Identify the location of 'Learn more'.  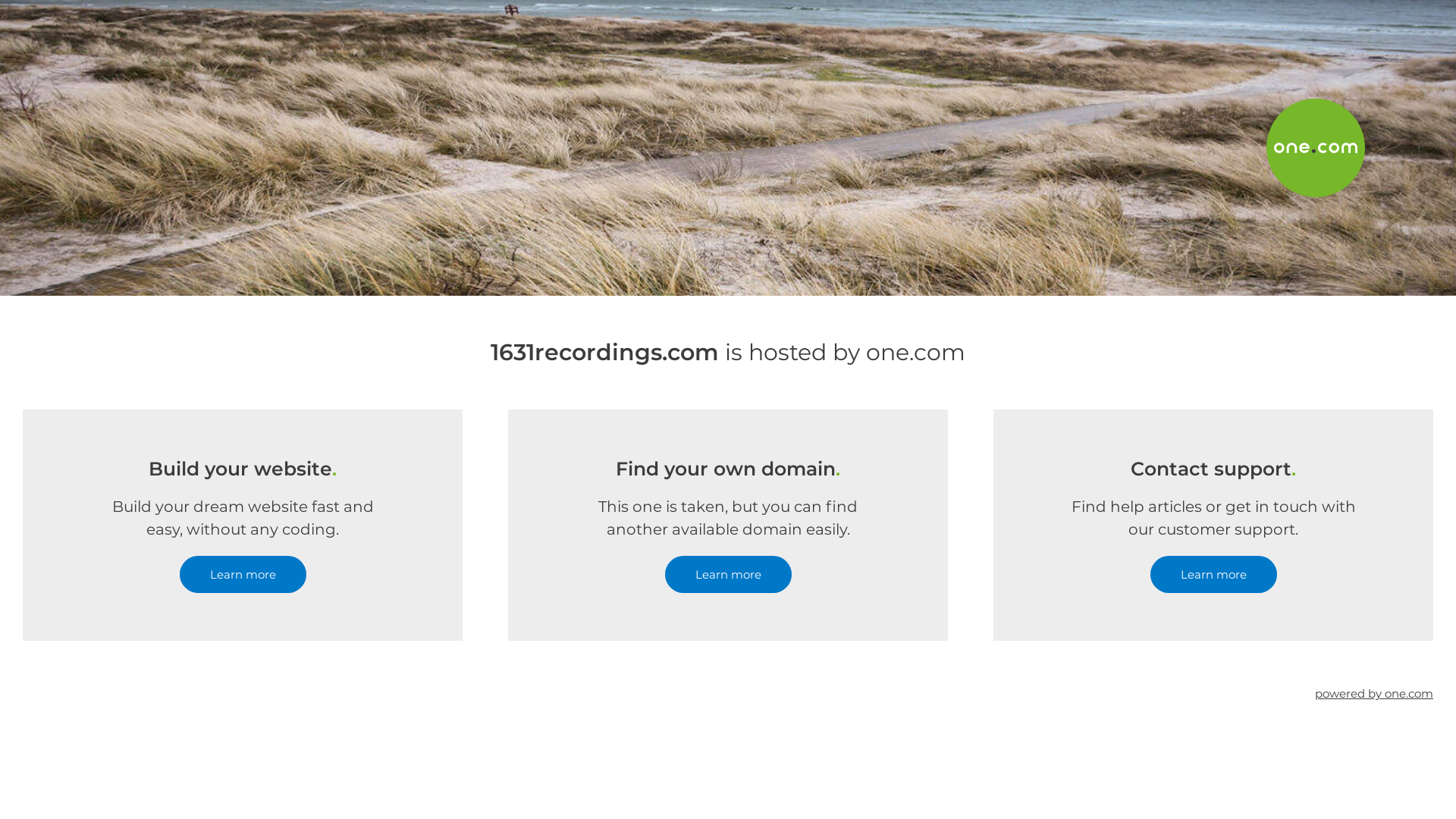
(1212, 574).